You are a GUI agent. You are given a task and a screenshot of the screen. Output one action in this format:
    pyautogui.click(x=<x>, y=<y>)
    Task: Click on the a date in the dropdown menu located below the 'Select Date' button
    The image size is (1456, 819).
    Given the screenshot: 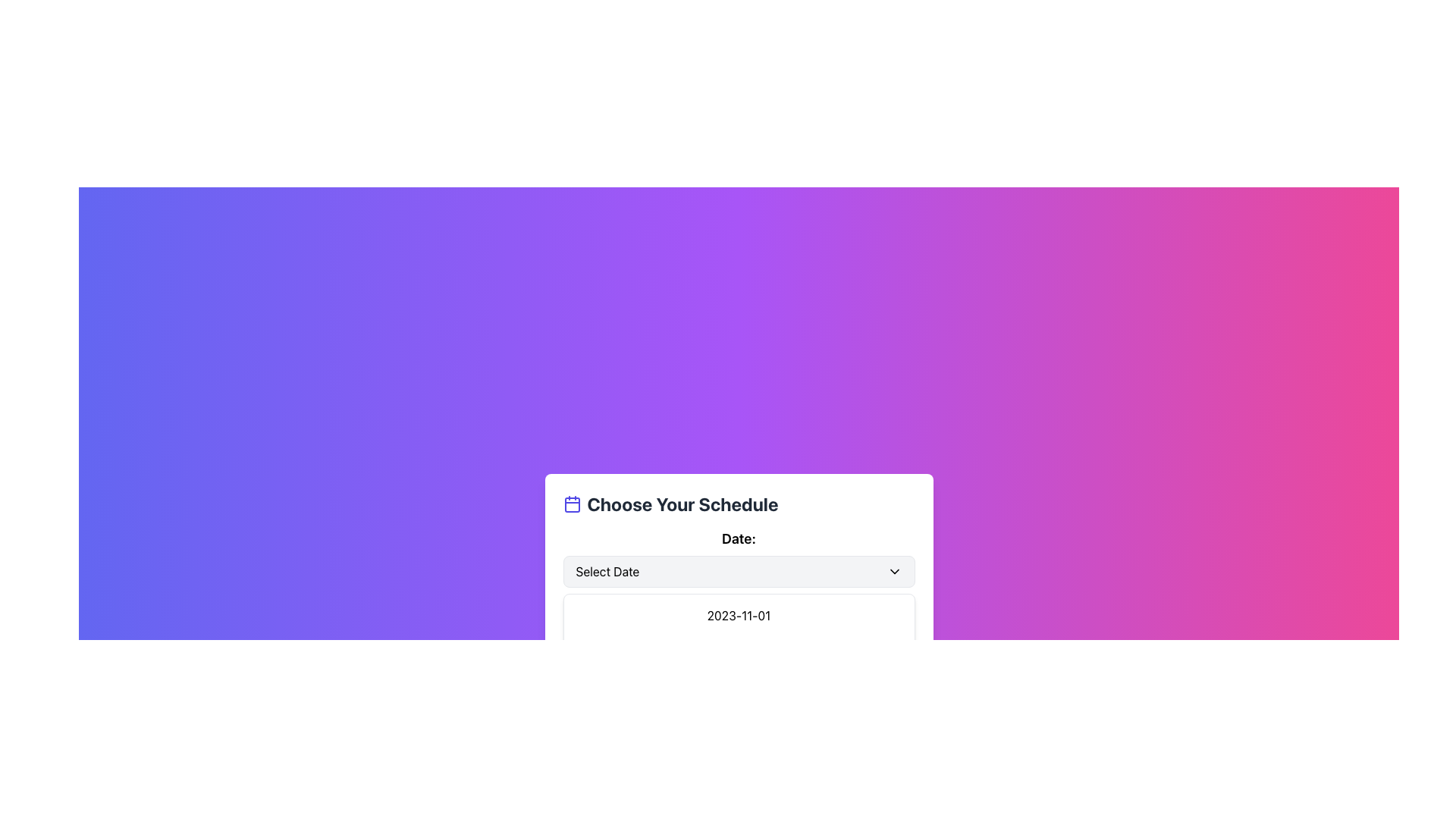 What is the action you would take?
    pyautogui.click(x=739, y=646)
    